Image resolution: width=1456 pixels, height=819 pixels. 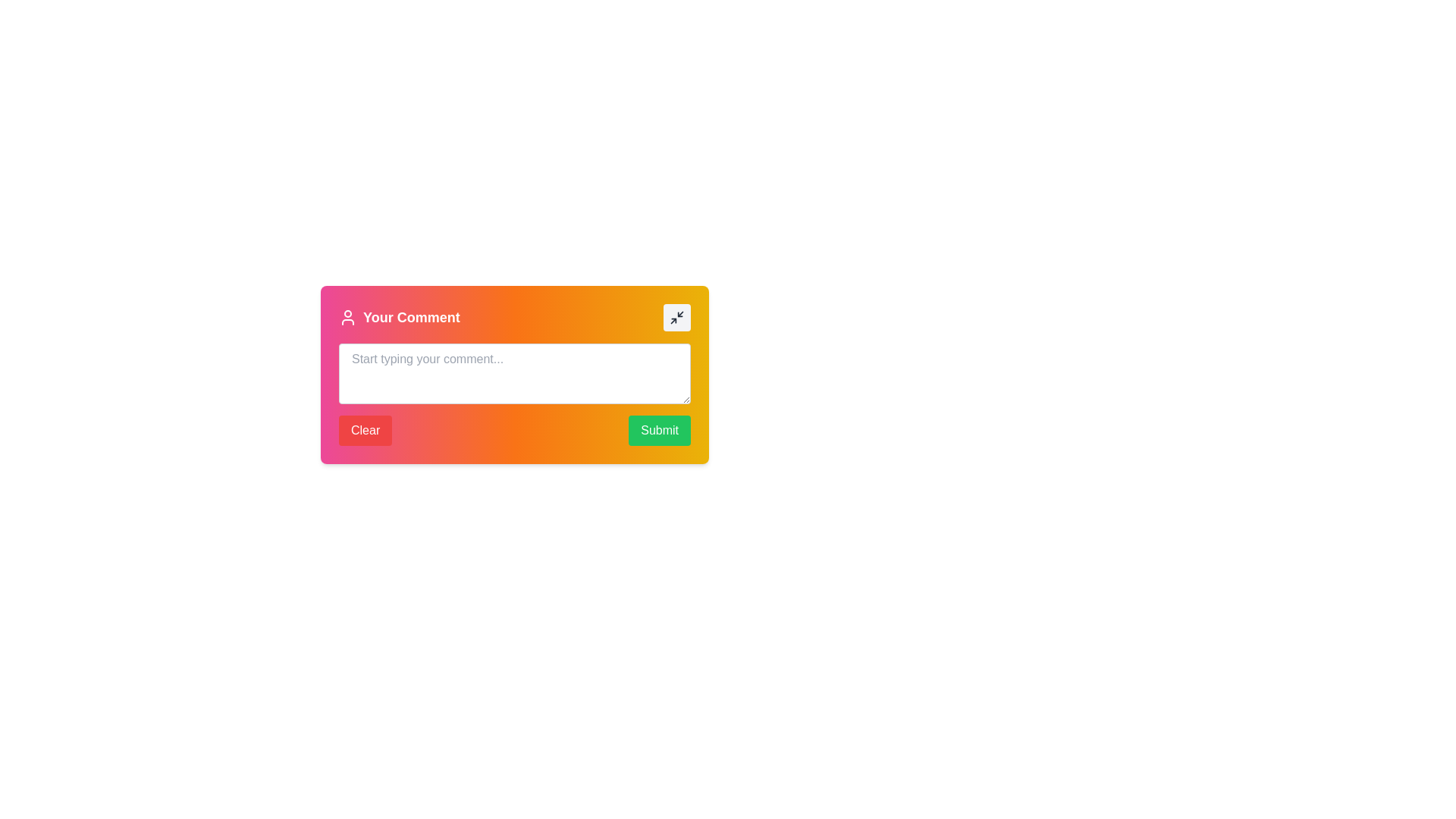 What do you see at coordinates (347, 317) in the screenshot?
I see `the user icon, which is a line-drawn figure of a person with a circular head and shoulders, located to the left of the label text 'Your Comment'` at bounding box center [347, 317].